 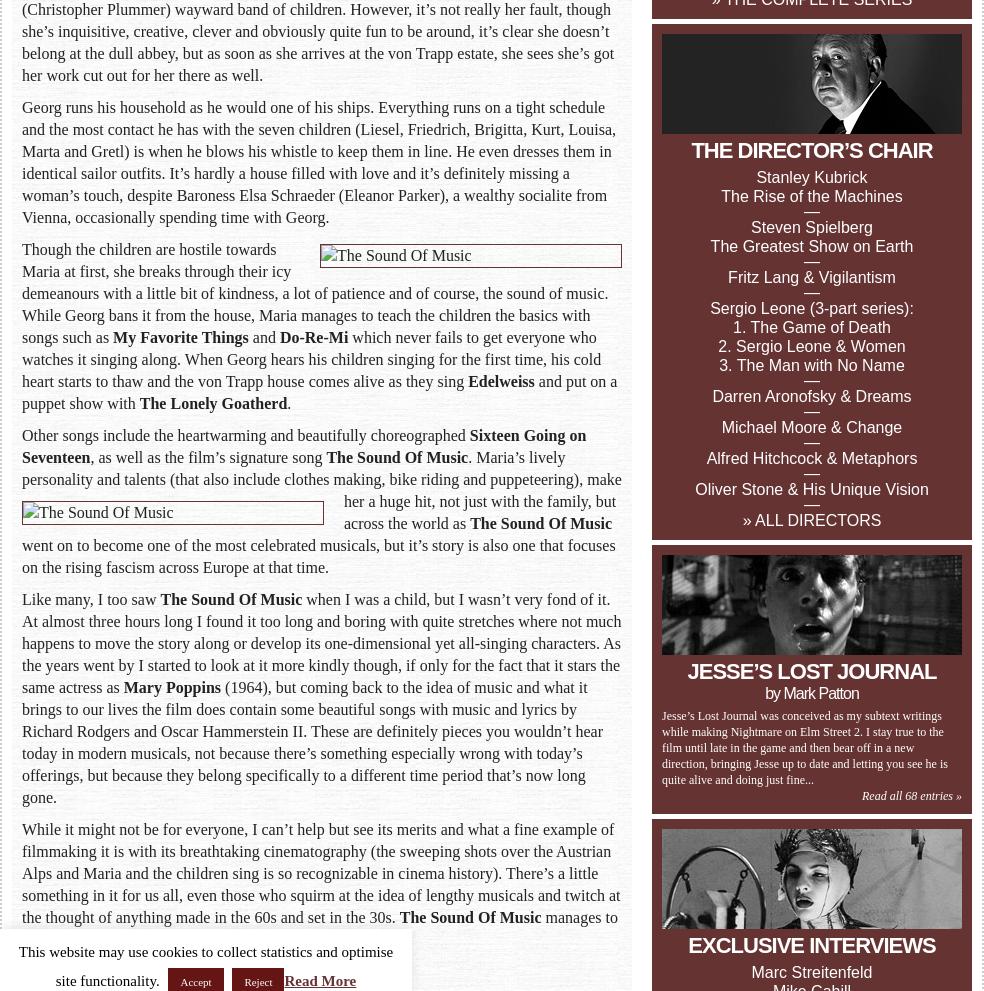 I want to click on '.', so click(x=288, y=402).